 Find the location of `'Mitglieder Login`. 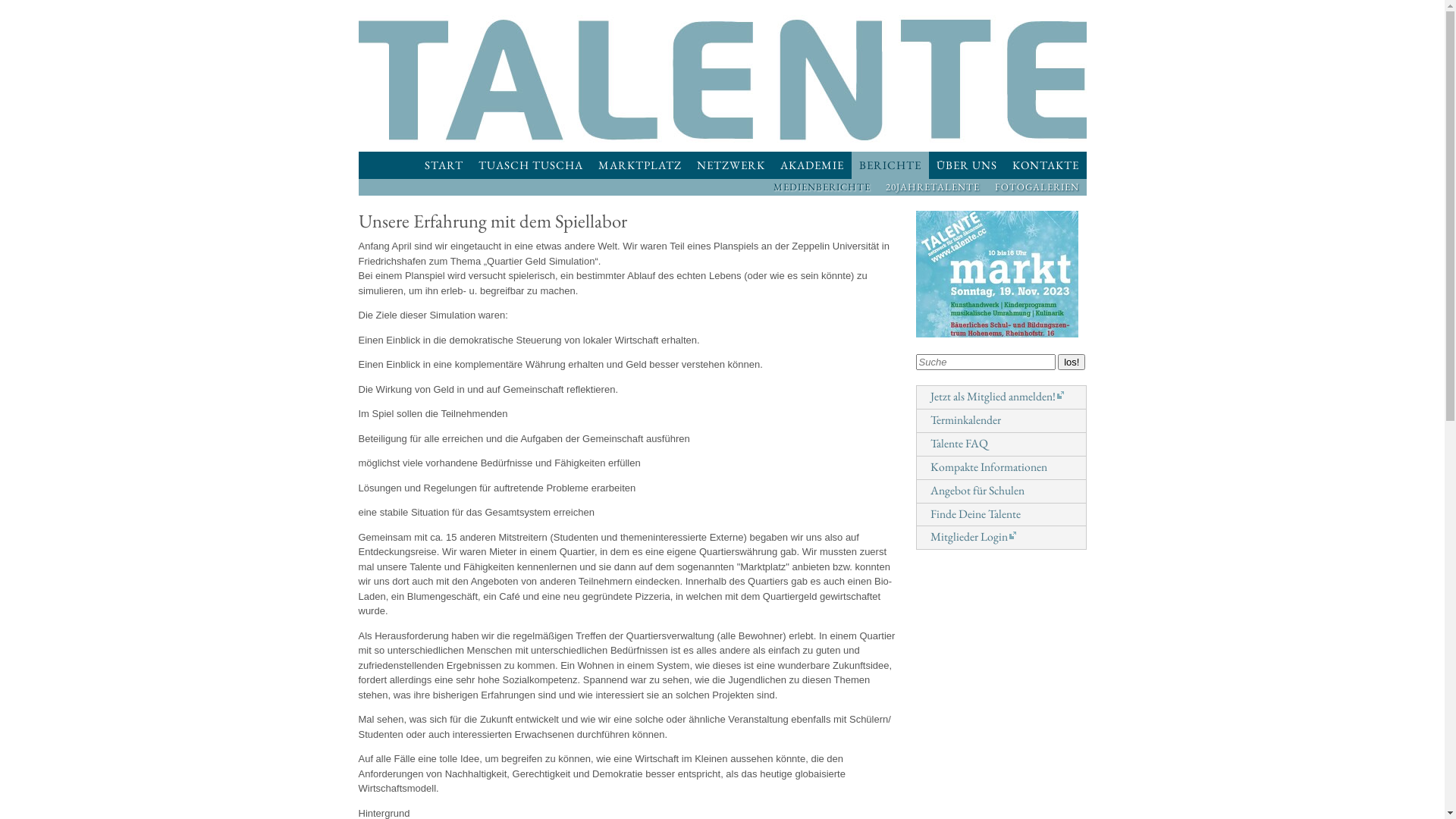

'Mitglieder Login is located at coordinates (967, 535).